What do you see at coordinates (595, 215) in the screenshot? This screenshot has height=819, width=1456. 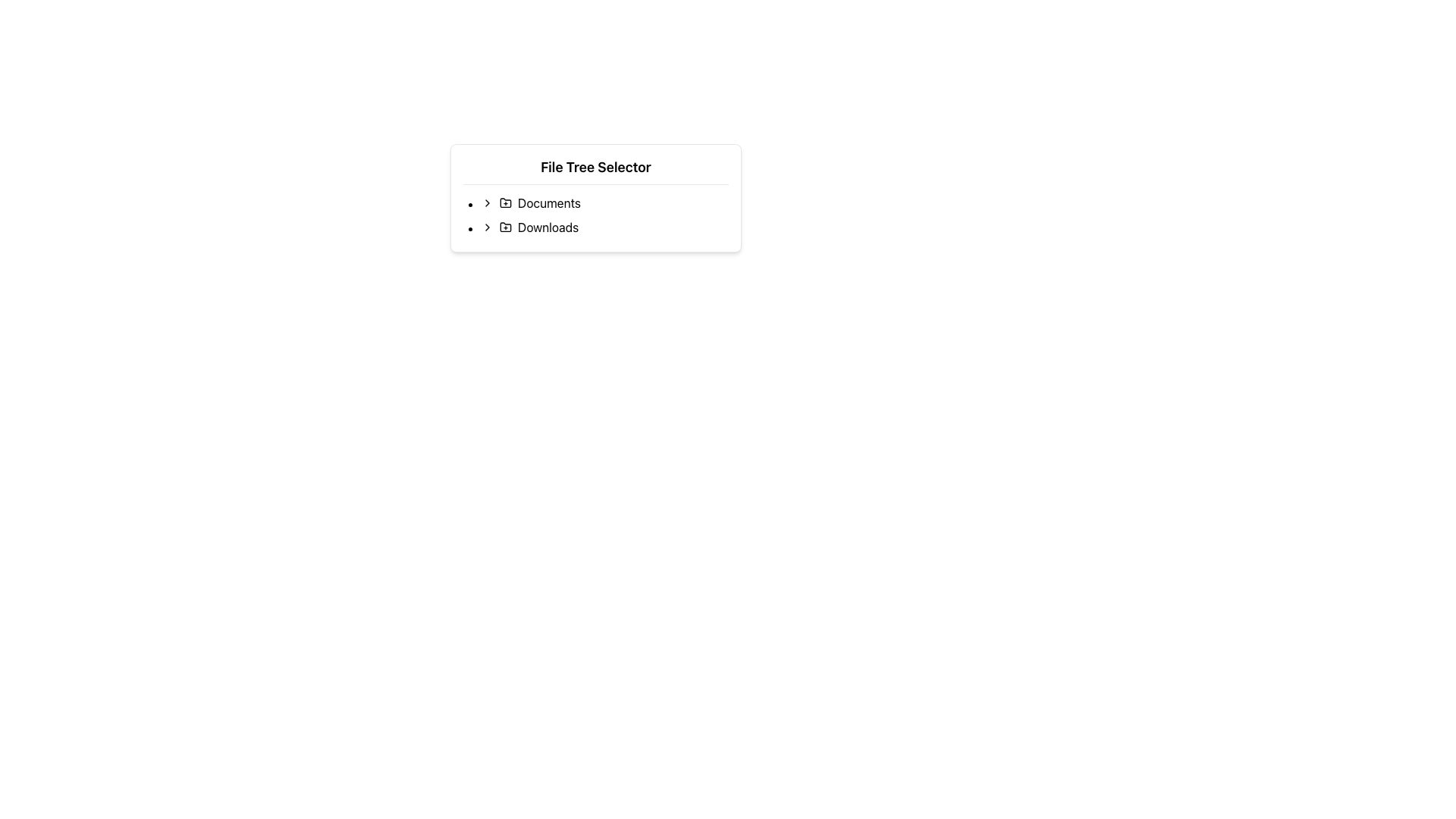 I see `the second item in the 'File Tree Selector' unordered list` at bounding box center [595, 215].